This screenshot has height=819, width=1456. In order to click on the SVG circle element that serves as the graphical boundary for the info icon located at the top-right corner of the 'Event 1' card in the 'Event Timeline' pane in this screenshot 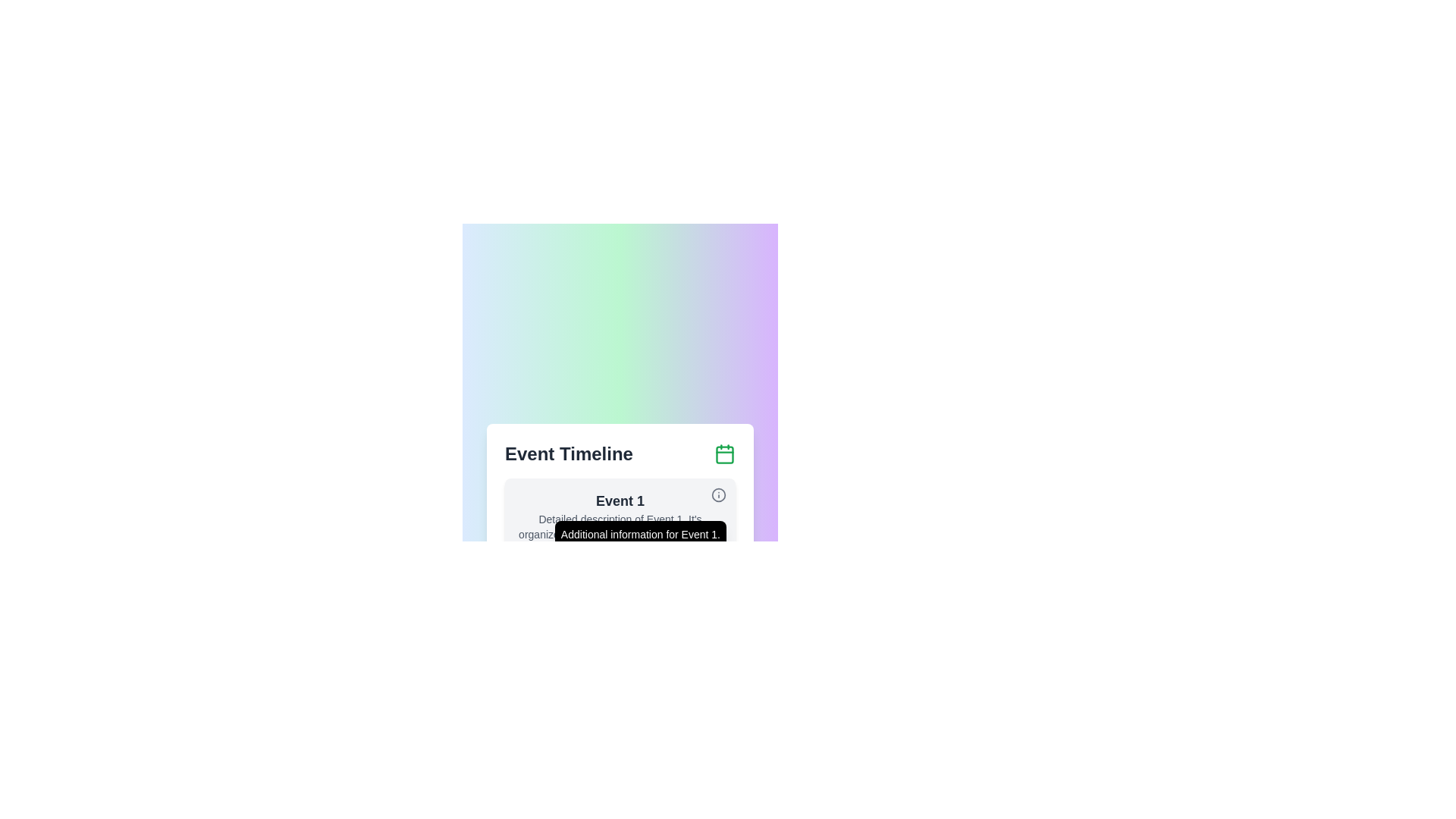, I will do `click(718, 494)`.